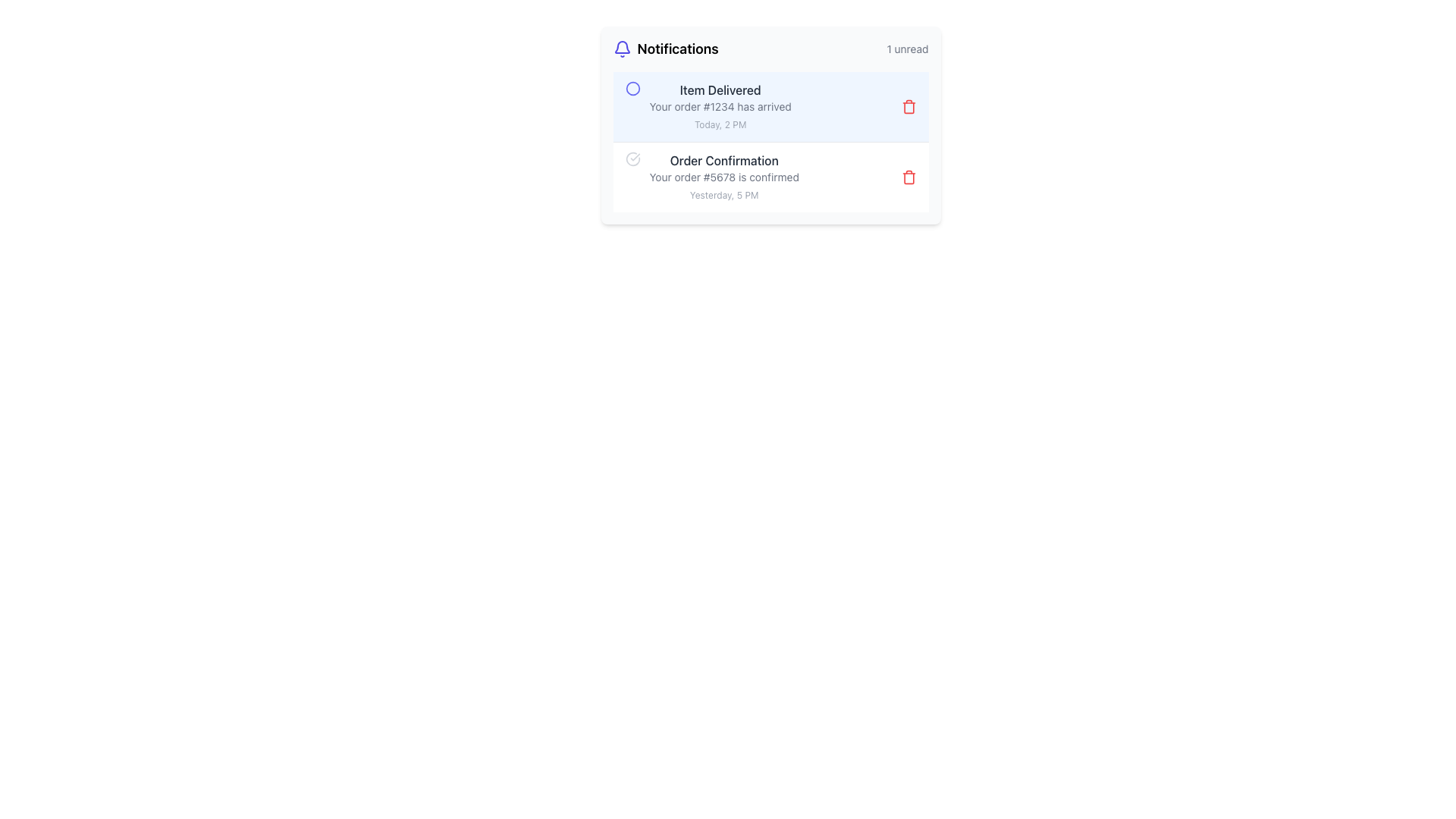 This screenshot has width=1456, height=819. What do you see at coordinates (723, 194) in the screenshot?
I see `timestamp text label located below the 'Your order #5678 is confirmed.' text in the 'Order Confirmation' notification card` at bounding box center [723, 194].